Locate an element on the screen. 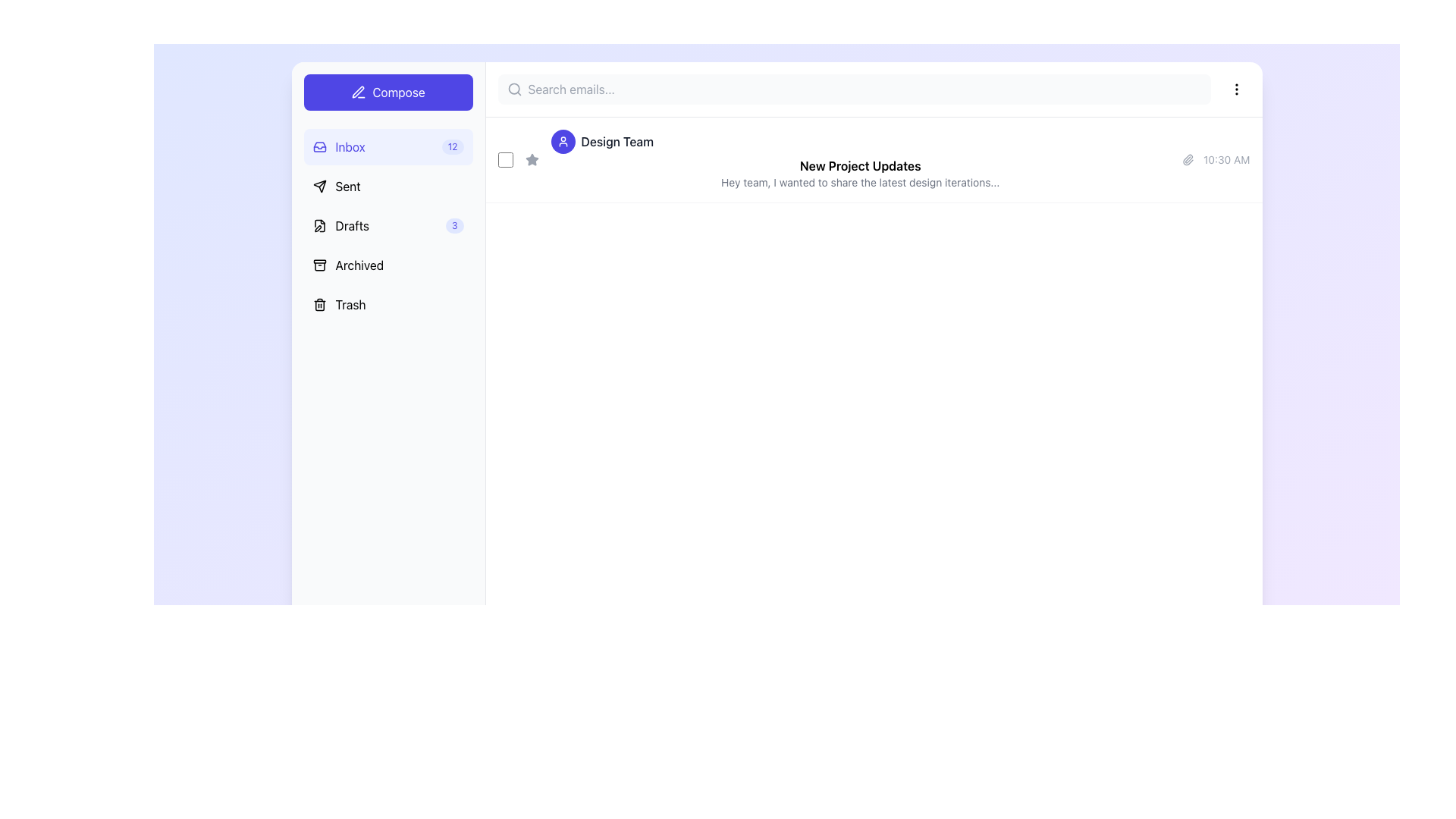  the Avatar Icon, which is a circular indigo icon with a white user-like symbol, located at the far left side of the 'Design Team' entry row is located at coordinates (562, 141).